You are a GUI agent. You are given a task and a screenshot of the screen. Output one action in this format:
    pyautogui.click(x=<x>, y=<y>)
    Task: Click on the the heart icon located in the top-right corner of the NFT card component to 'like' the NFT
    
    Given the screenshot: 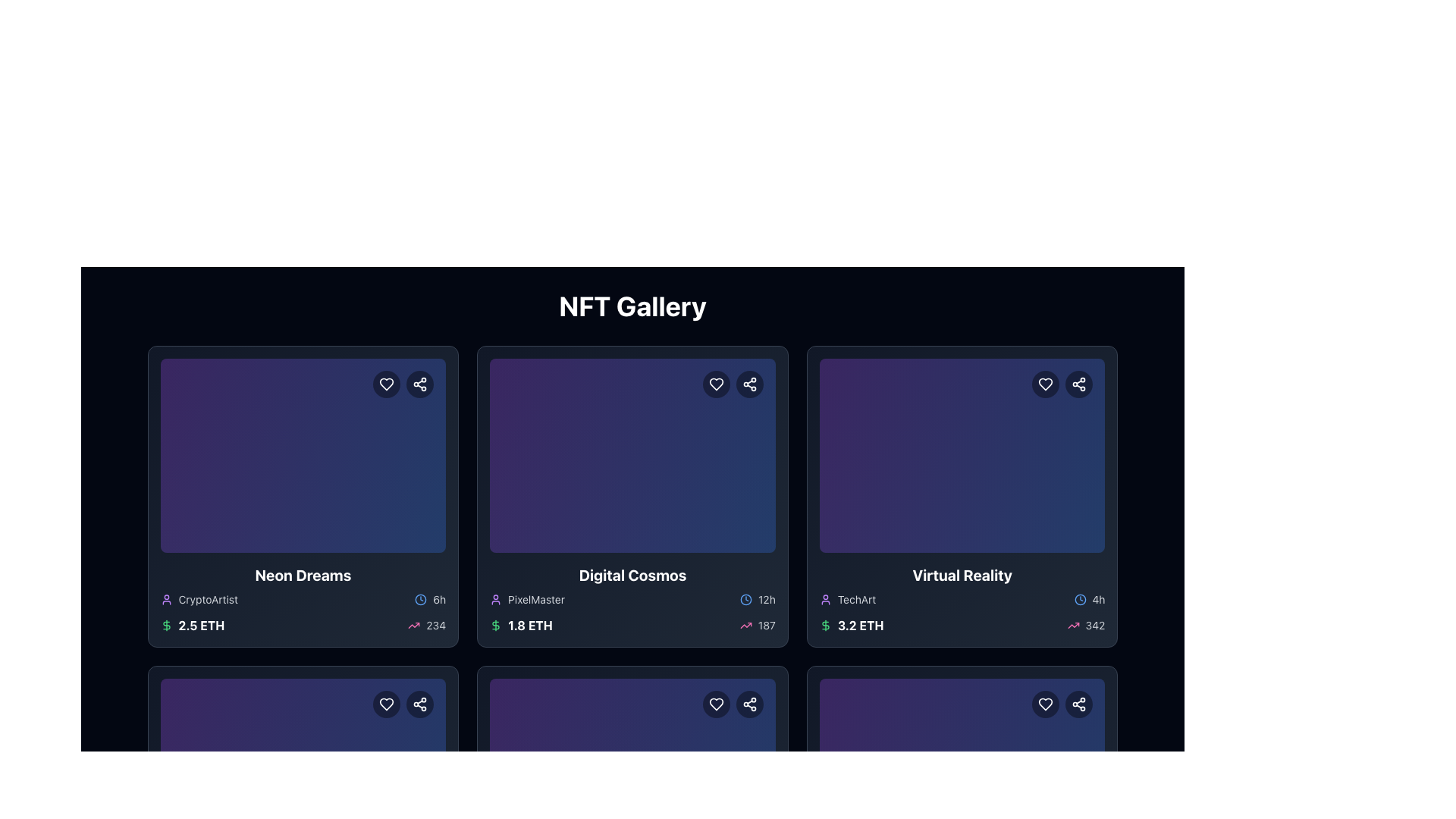 What is the action you would take?
    pyautogui.click(x=387, y=704)
    